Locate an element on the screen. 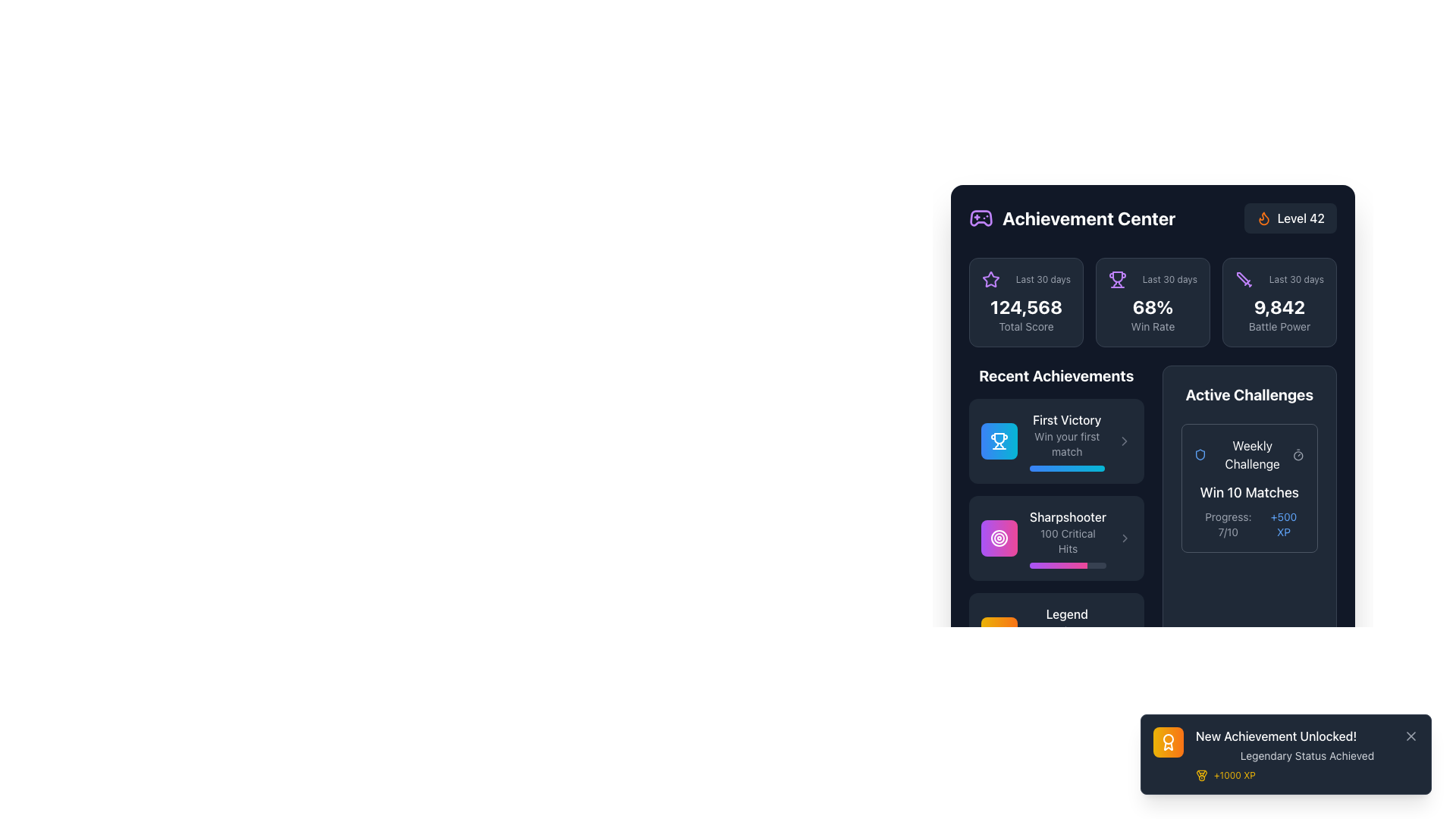  the Card displaying numeric data and associated description in the Achievement Center is located at coordinates (1026, 302).